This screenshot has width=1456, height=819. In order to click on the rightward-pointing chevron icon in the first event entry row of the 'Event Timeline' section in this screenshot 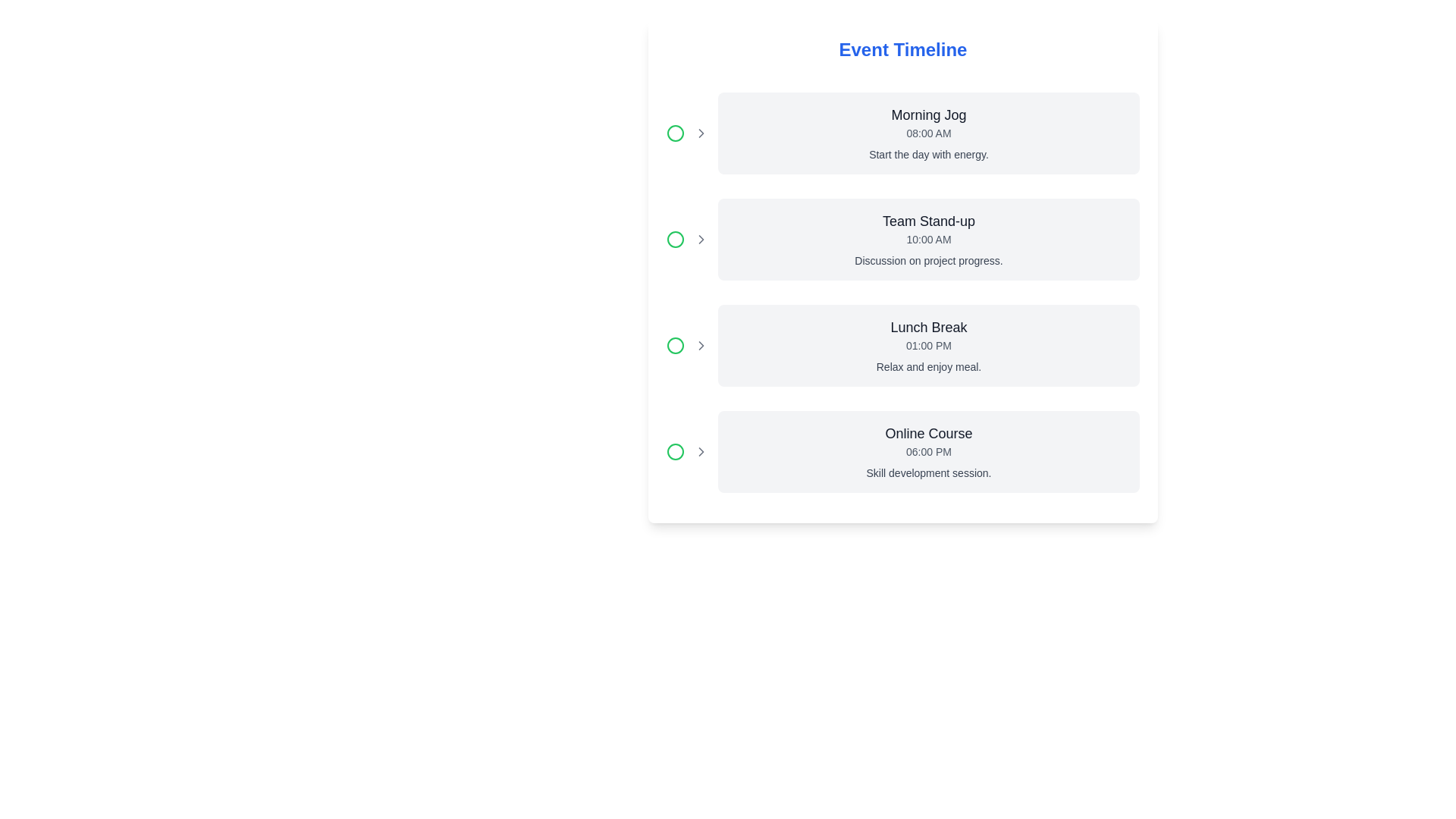, I will do `click(701, 133)`.